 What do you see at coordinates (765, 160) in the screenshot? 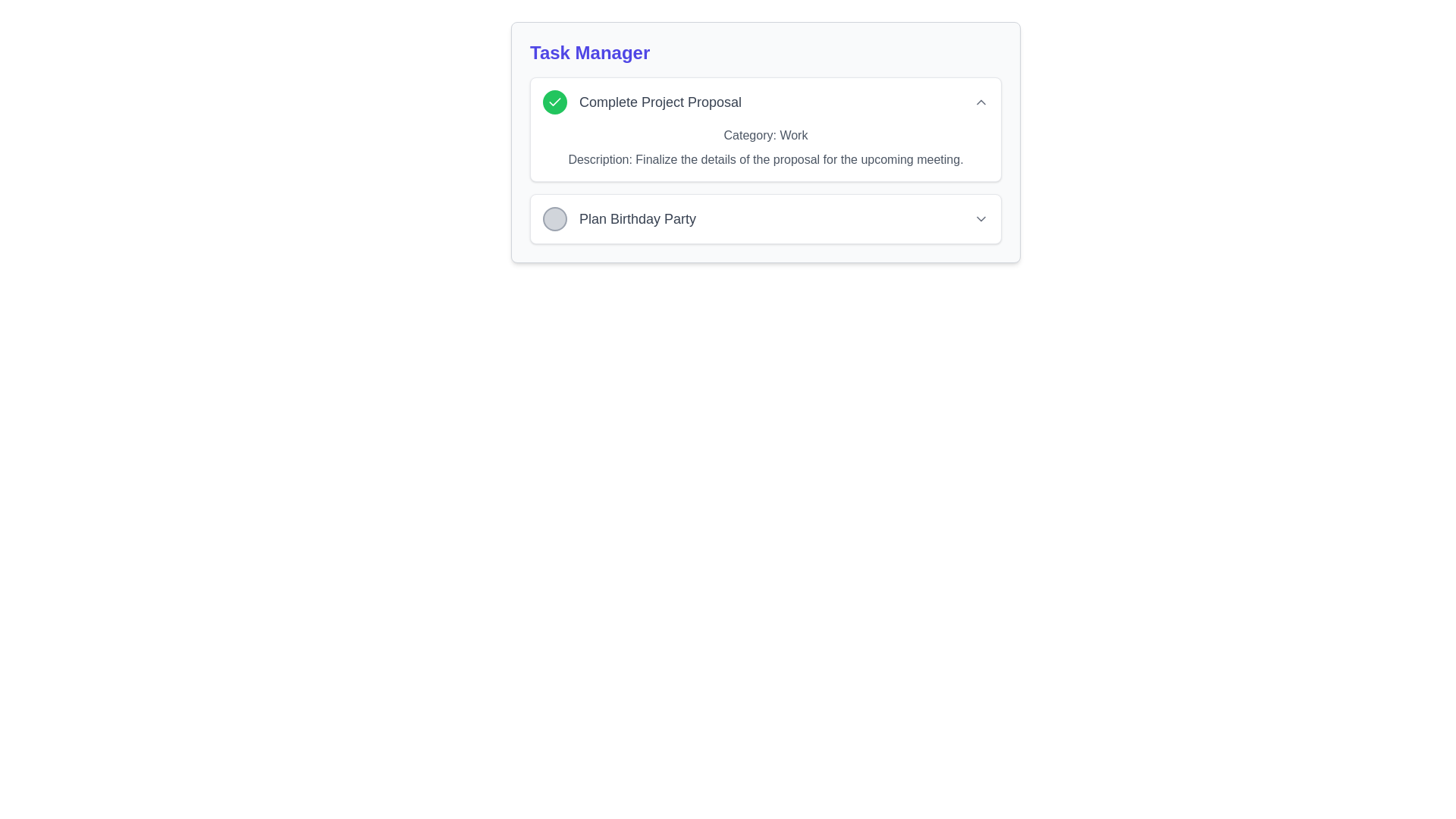
I see `the text label that contains the description 'Finalize the details of the proposal for the upcoming meeting.' located under the 'Category: Work' label in the 'Complete Project Proposal' task card` at bounding box center [765, 160].